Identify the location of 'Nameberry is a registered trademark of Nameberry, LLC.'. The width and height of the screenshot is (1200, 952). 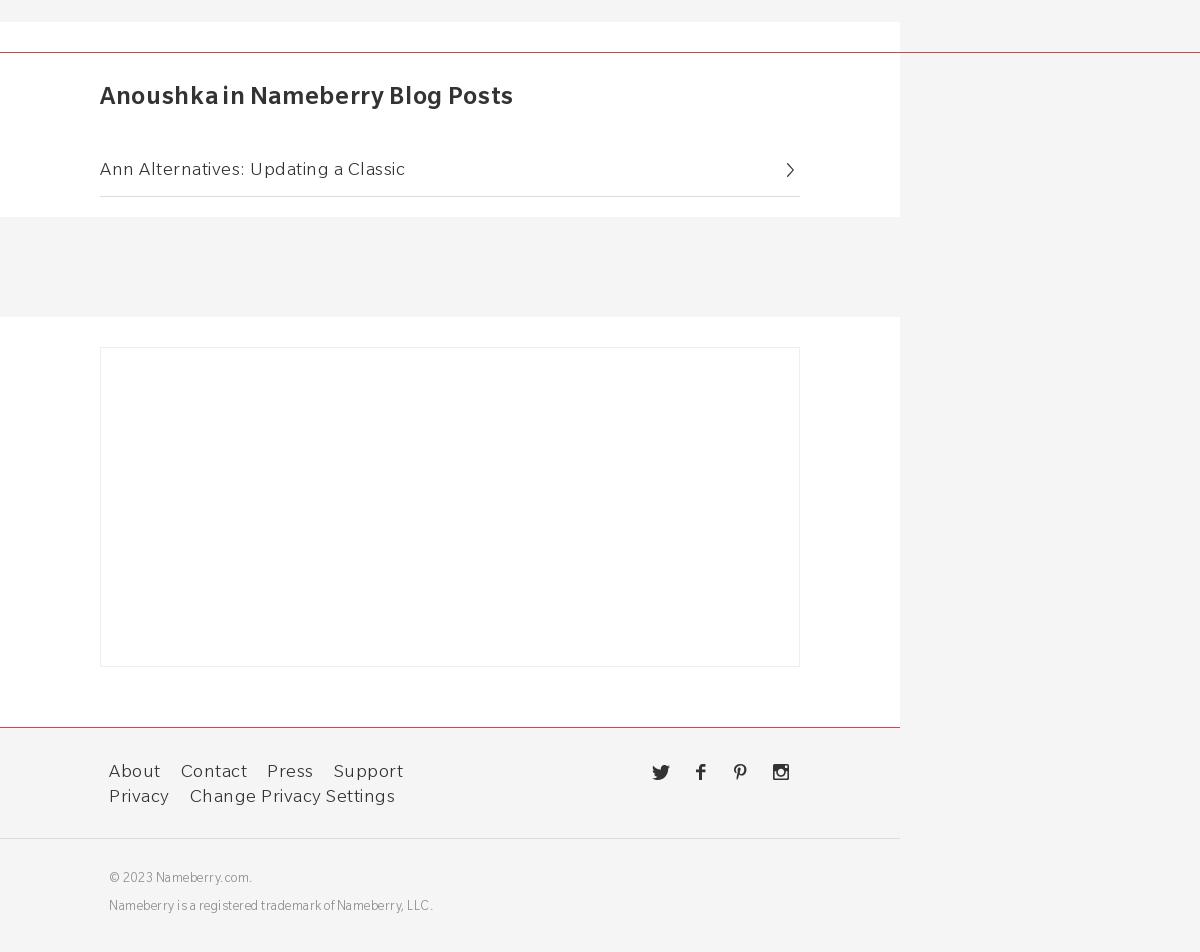
(270, 905).